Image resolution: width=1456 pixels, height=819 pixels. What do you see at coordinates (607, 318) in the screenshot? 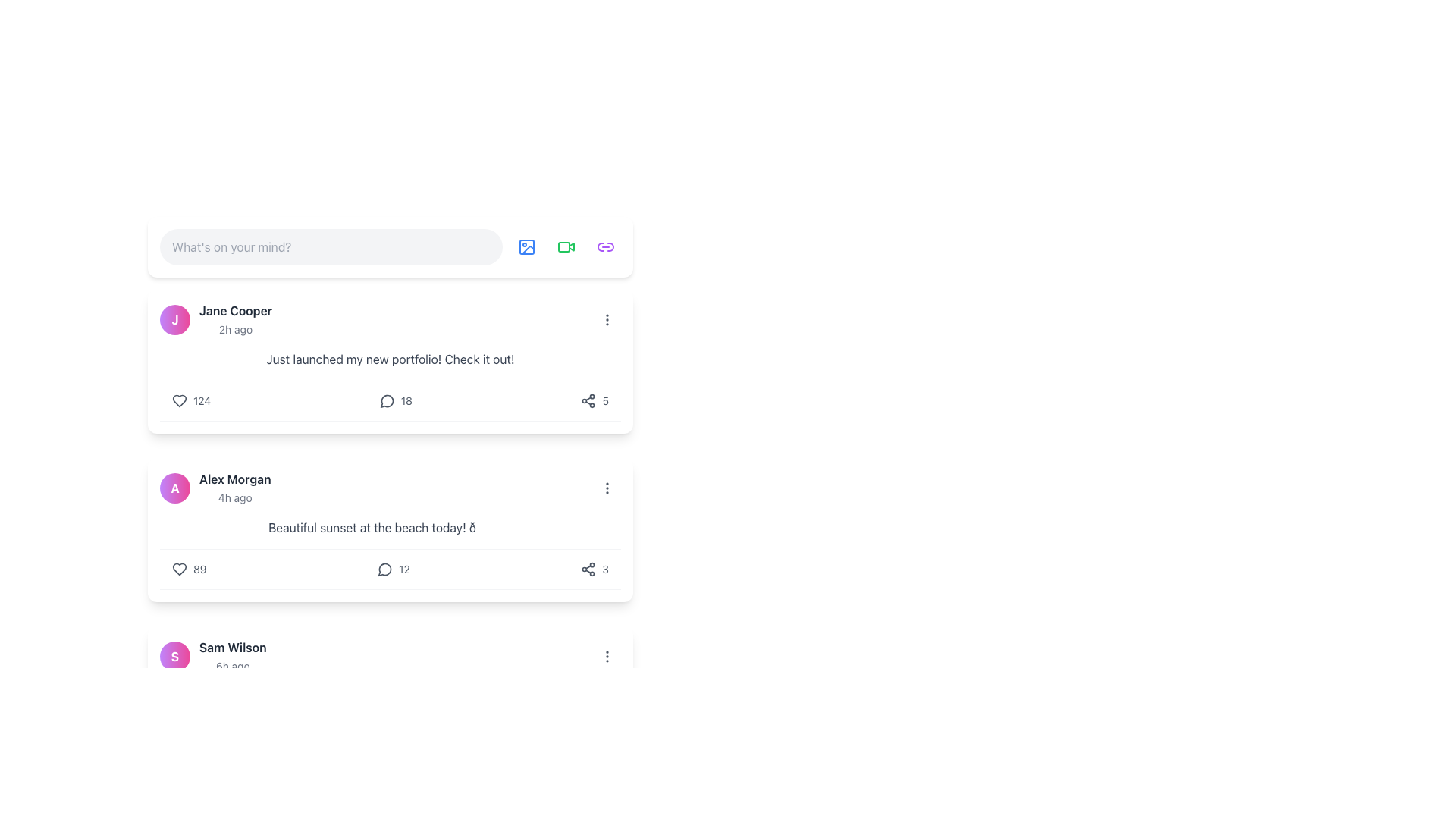
I see `the vertical ellipsis icon button located at the upper-right corner of Jane Cooper's post section` at bounding box center [607, 318].